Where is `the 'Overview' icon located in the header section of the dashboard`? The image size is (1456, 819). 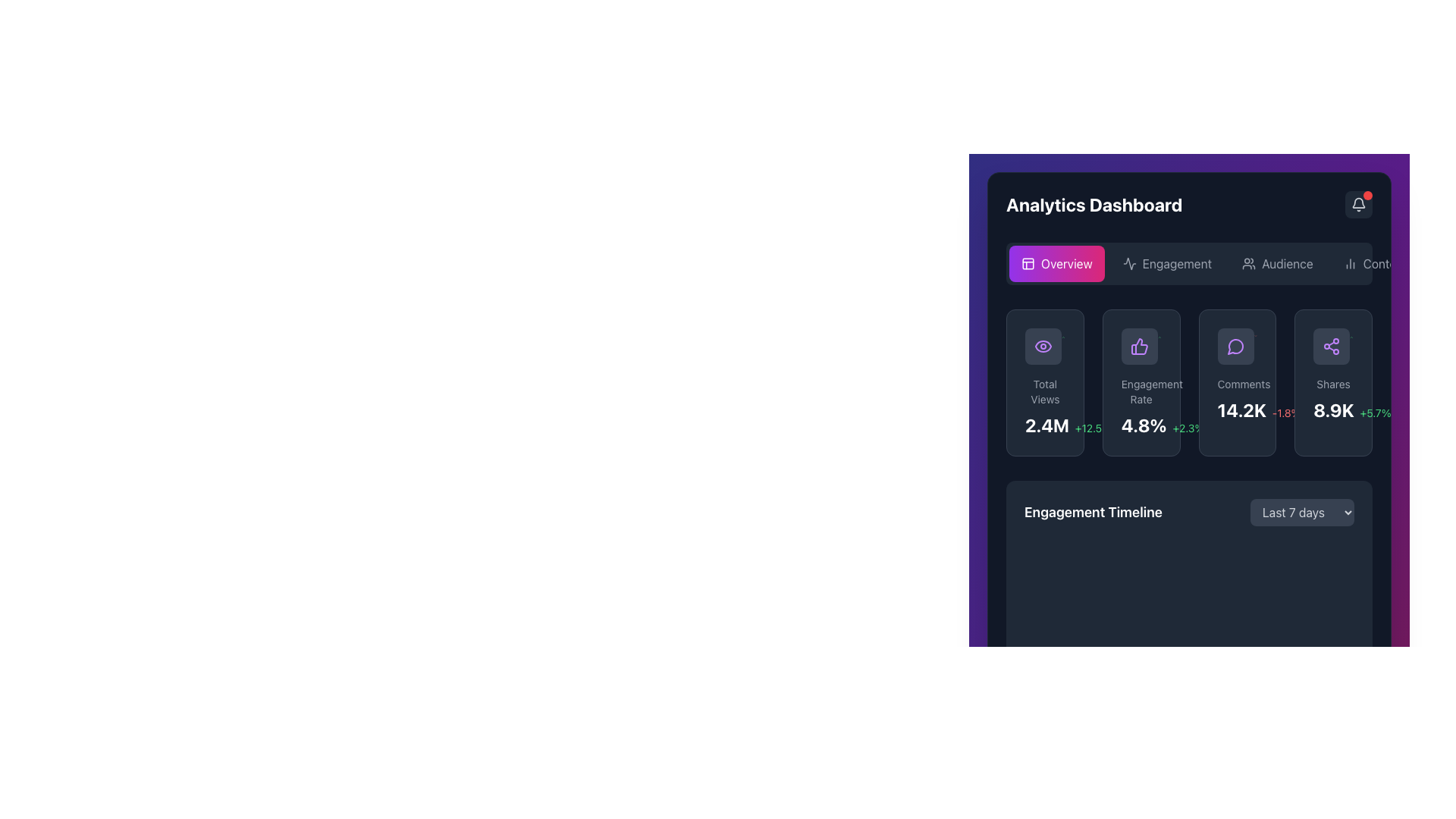
the 'Overview' icon located in the header section of the dashboard is located at coordinates (1028, 262).